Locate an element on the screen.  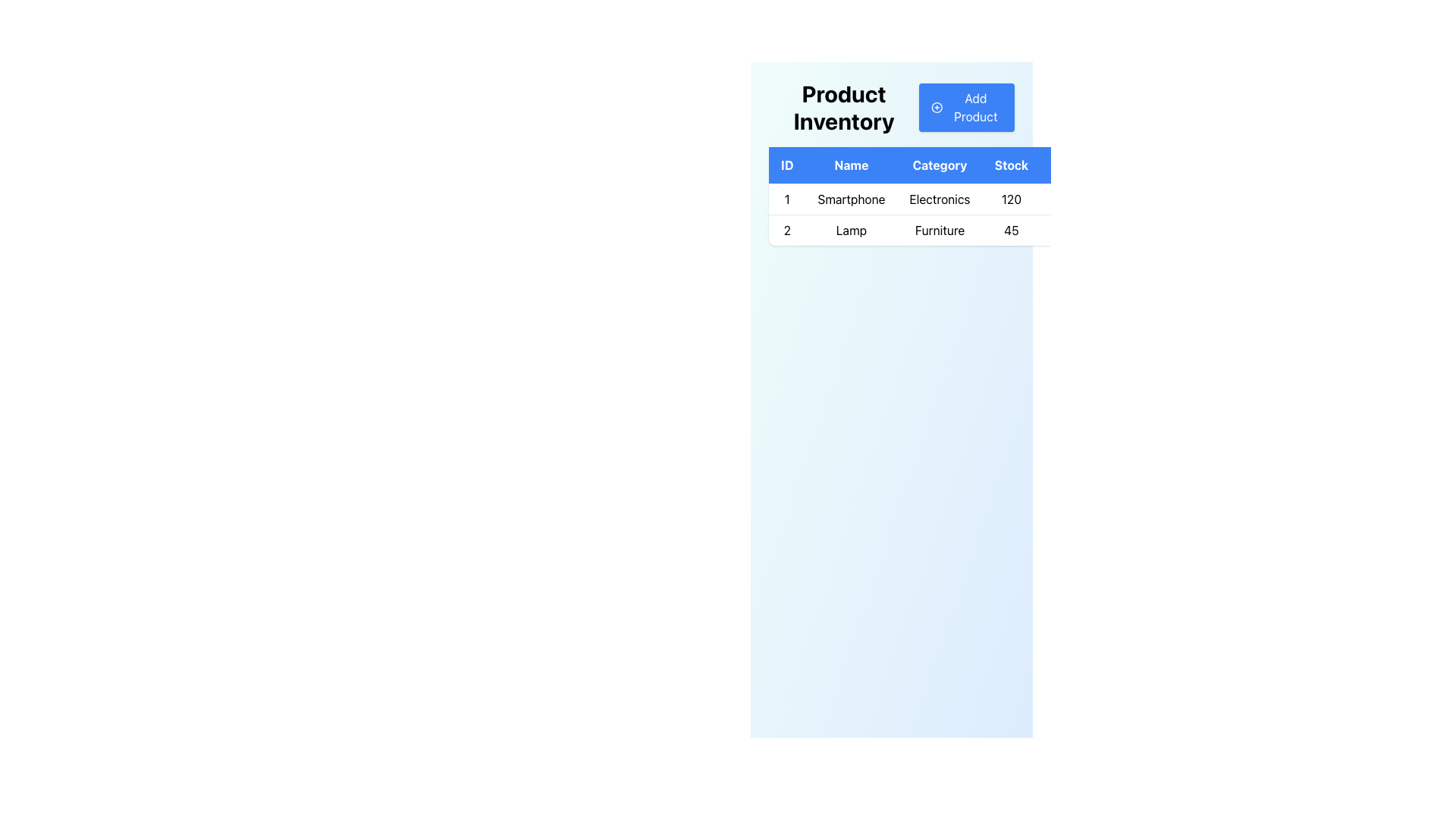
the circular icon with a plus symbol inside the 'Add Product' button located at the top-right section of the panel is located at coordinates (936, 107).